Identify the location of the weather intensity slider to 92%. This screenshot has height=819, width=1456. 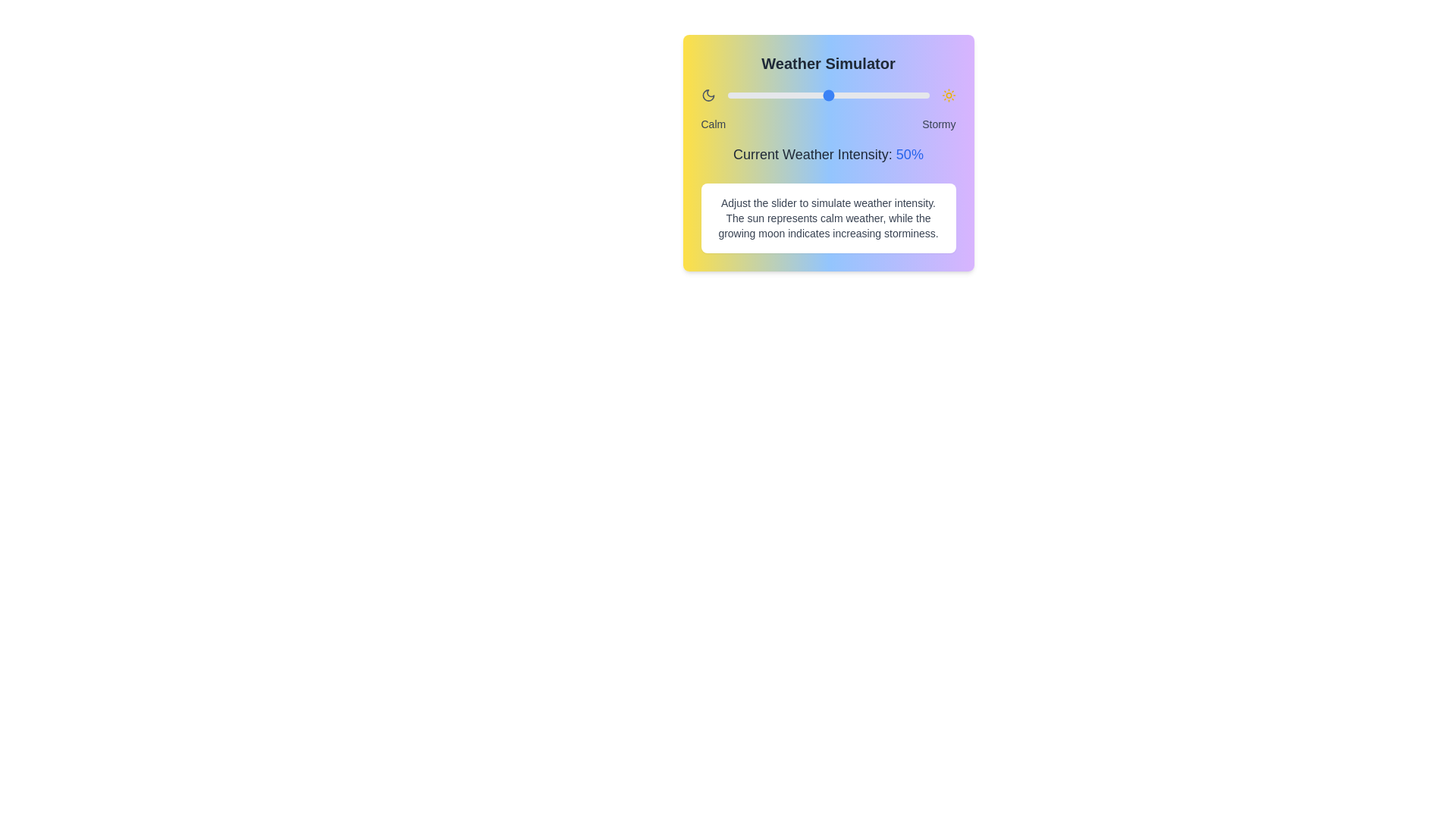
(912, 96).